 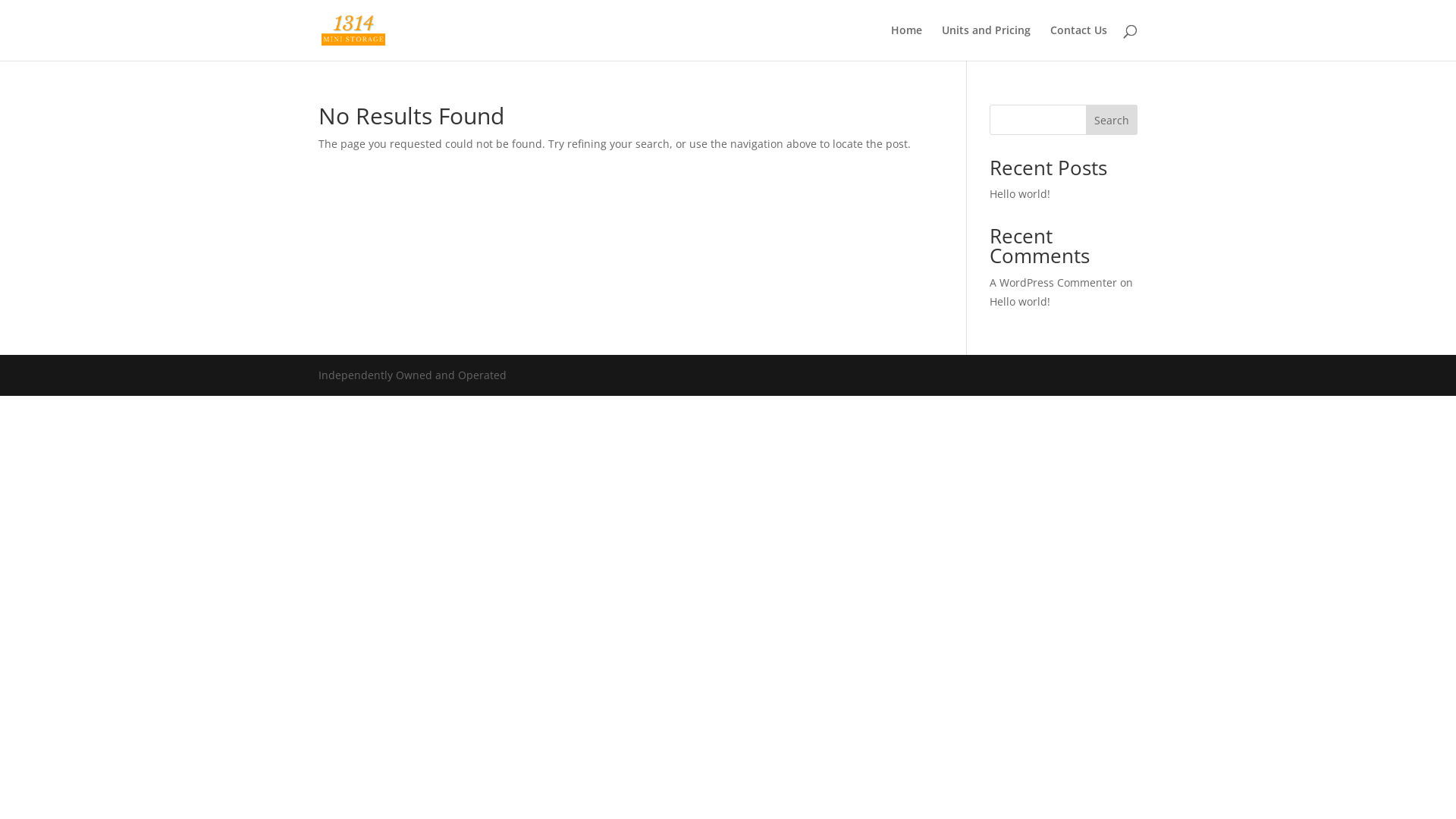 I want to click on 'Hello world!', so click(x=990, y=301).